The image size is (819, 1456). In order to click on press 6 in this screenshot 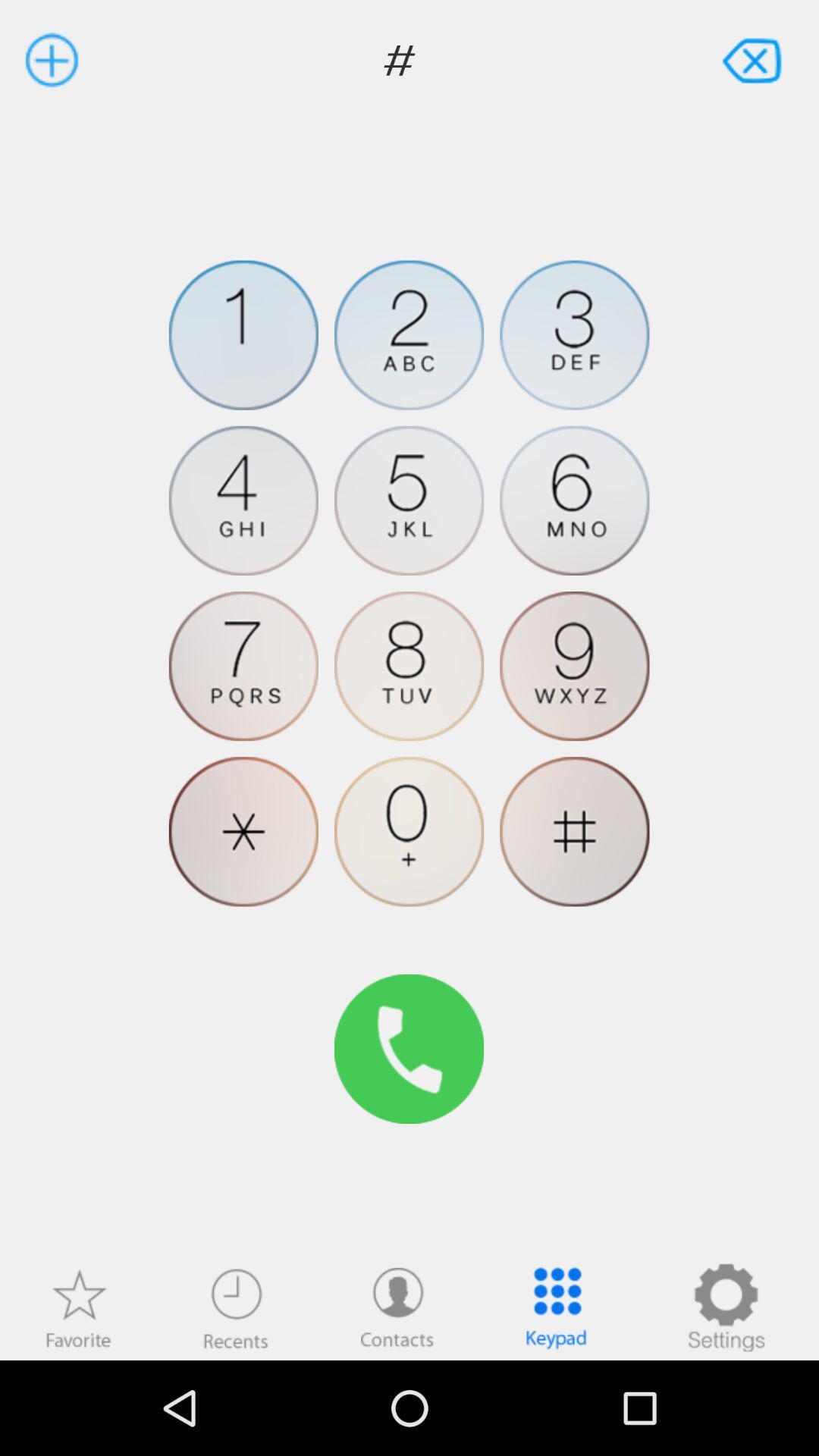, I will do `click(574, 500)`.